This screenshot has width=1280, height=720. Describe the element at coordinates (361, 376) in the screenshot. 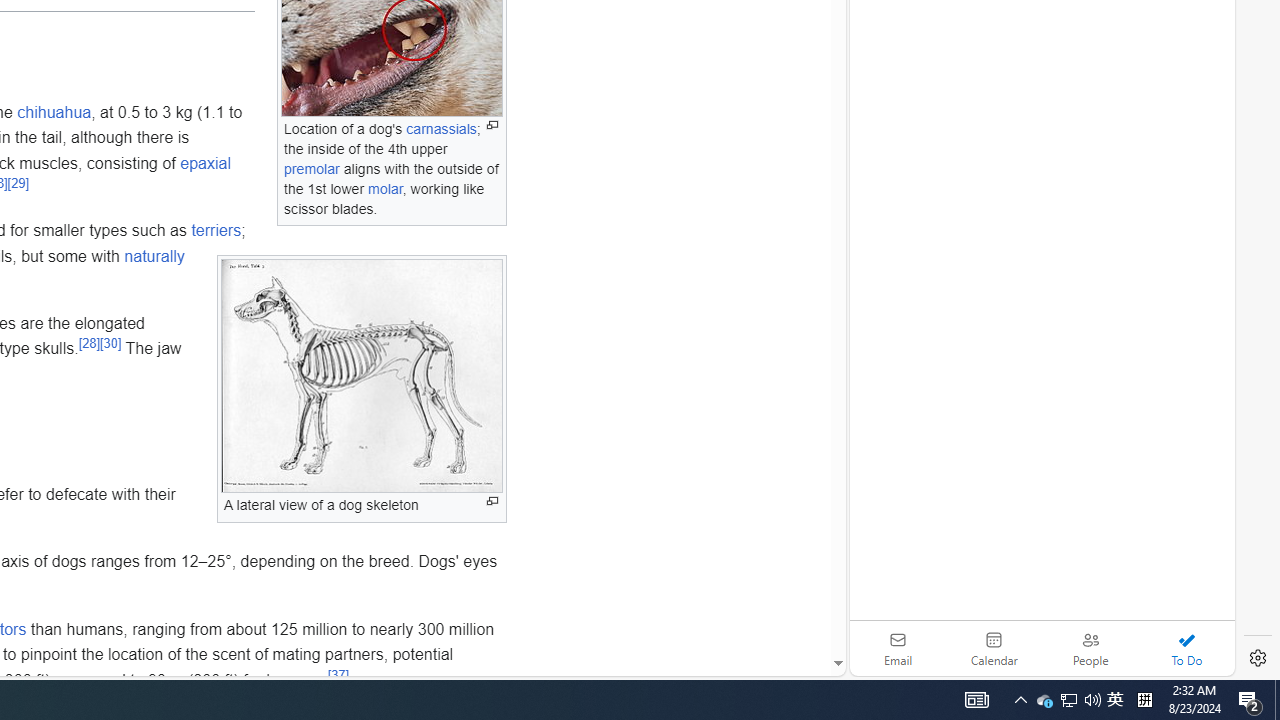

I see `'Class: mw-file-description'` at that location.